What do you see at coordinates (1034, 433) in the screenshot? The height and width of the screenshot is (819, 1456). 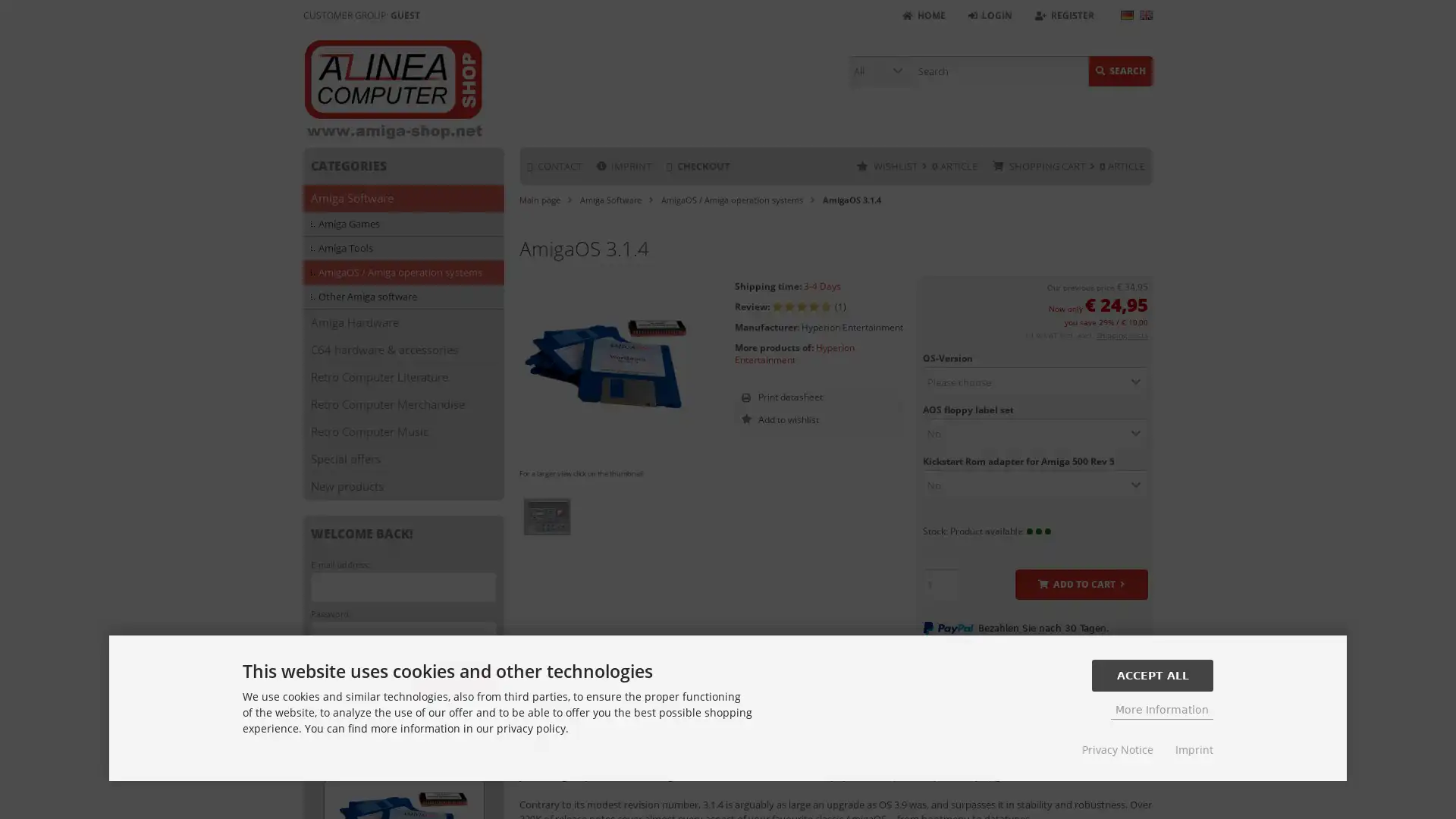 I see `No No` at bounding box center [1034, 433].